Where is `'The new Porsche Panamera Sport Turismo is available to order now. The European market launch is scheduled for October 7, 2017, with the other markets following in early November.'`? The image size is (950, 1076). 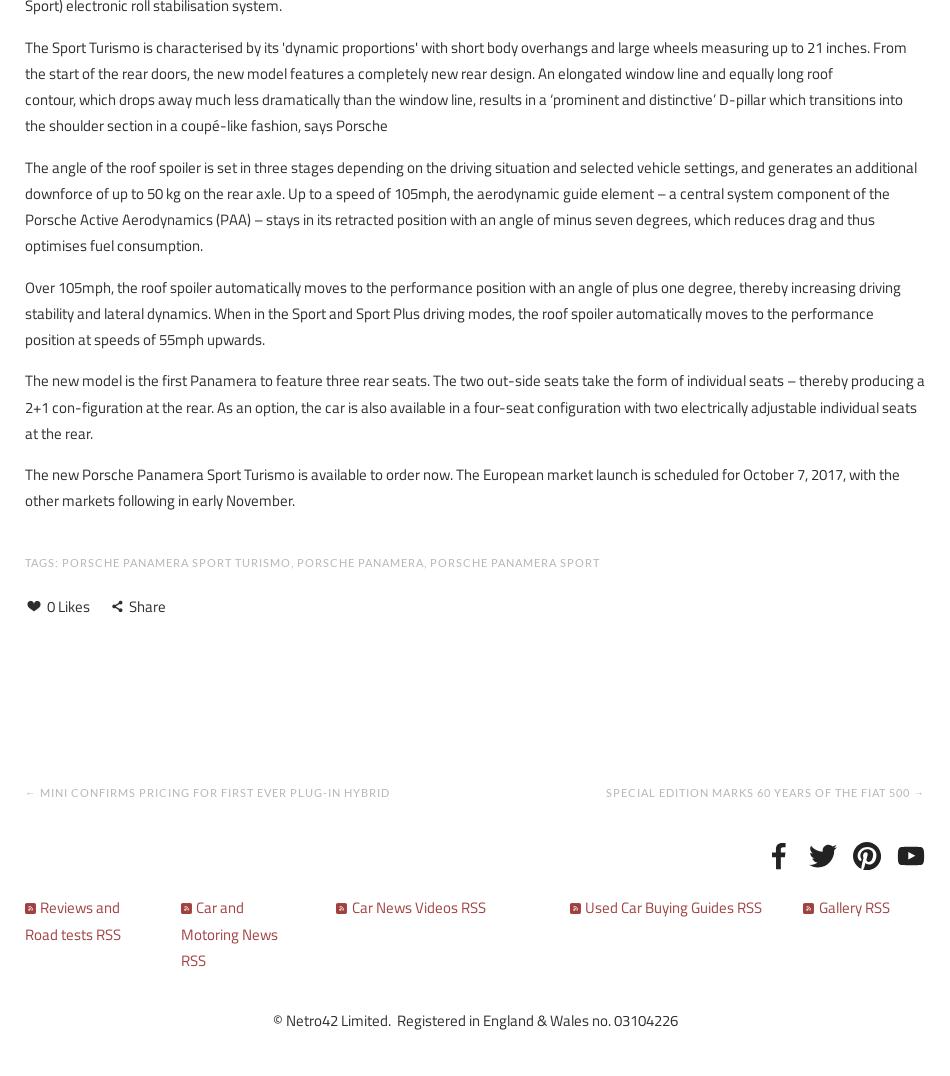 'The new Porsche Panamera Sport Turismo is available to order now. The European market launch is scheduled for October 7, 2017, with the other markets following in early November.' is located at coordinates (24, 486).